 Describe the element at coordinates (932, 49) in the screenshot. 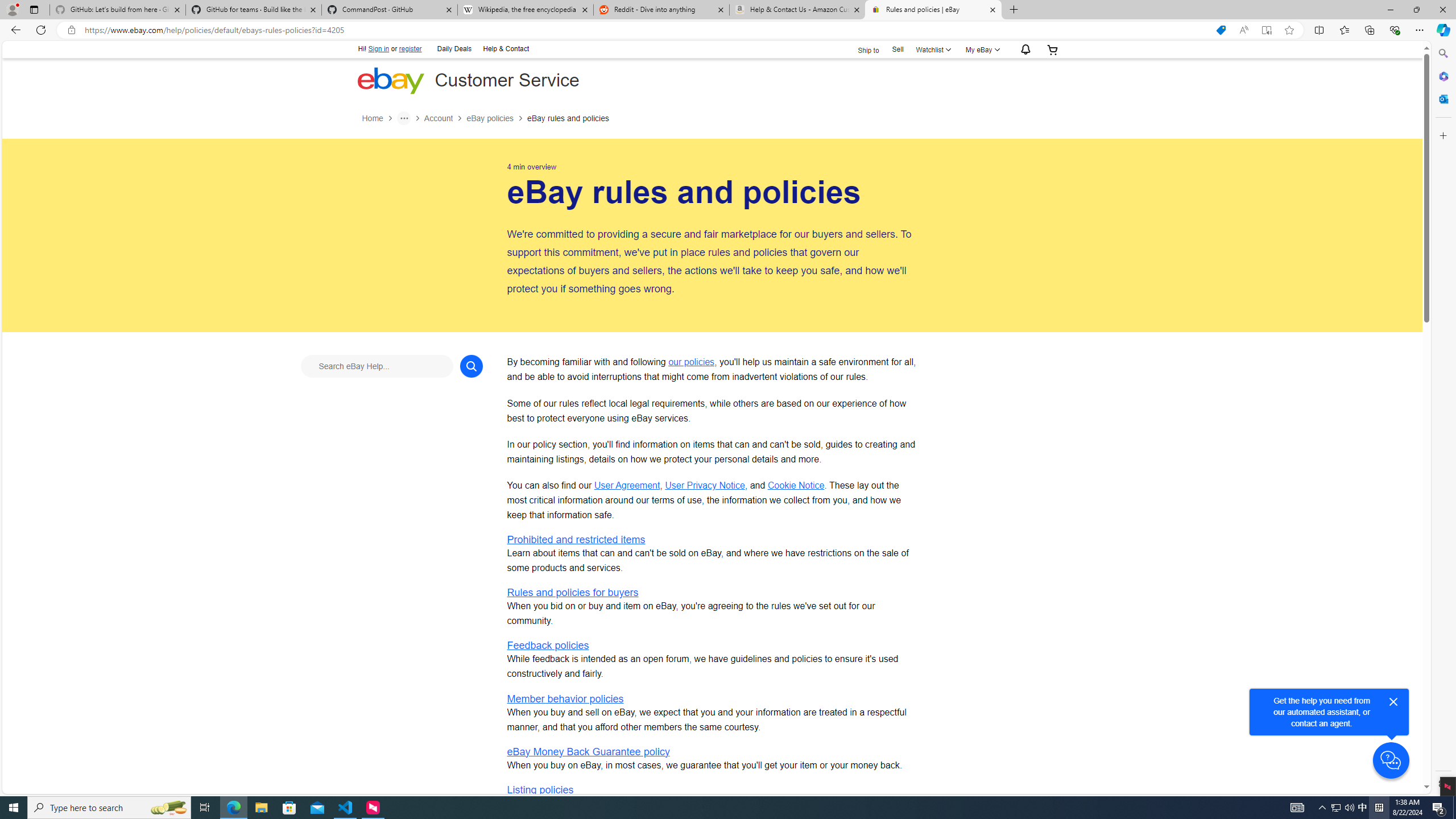

I see `'Watchlist'` at that location.